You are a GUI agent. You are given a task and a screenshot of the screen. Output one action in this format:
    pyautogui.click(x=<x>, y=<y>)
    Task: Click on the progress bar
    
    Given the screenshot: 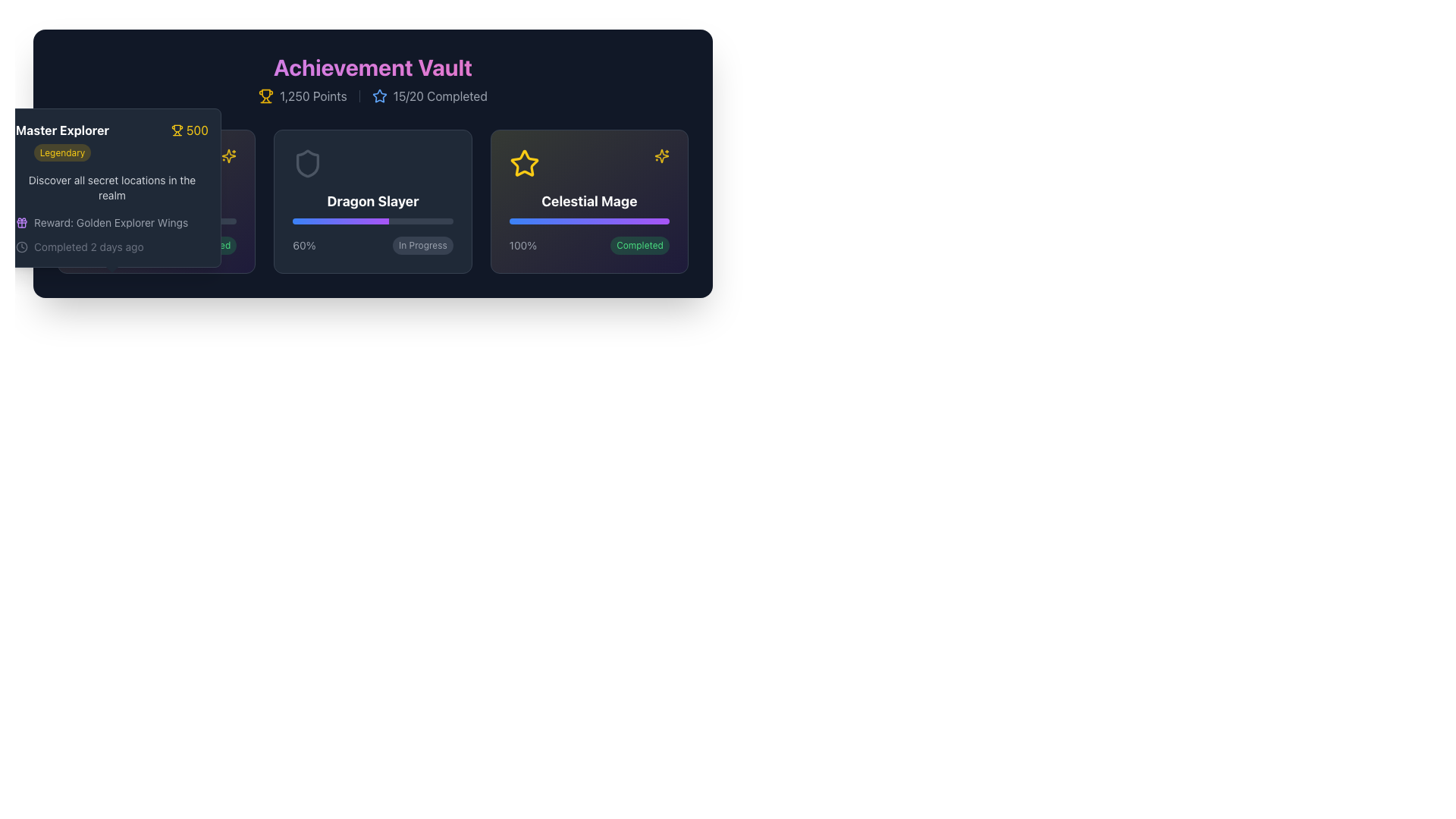 What is the action you would take?
    pyautogui.click(x=337, y=221)
    